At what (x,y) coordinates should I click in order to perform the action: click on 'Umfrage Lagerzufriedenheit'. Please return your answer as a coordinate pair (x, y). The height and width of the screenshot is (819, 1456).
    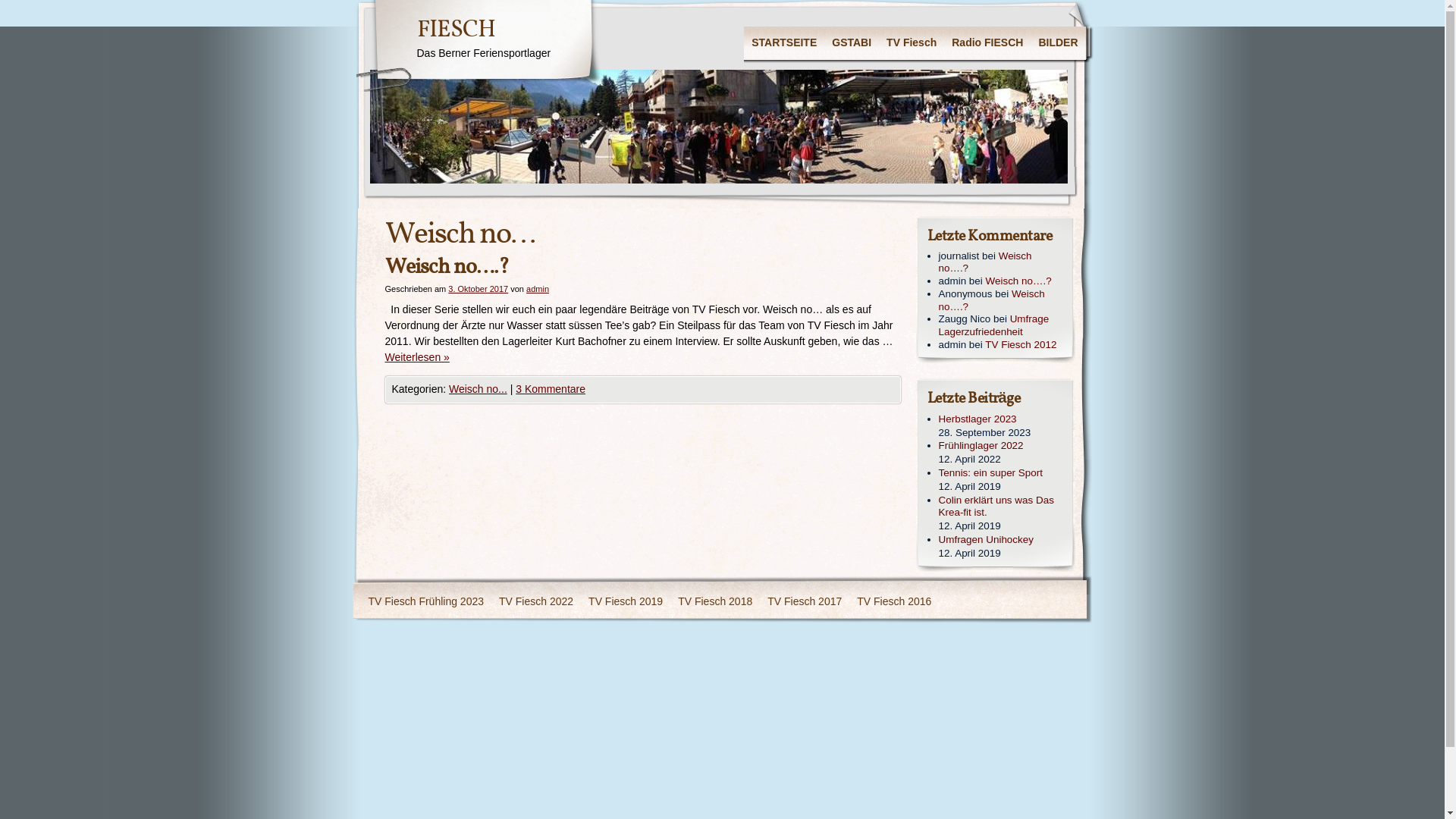
    Looking at the image, I should click on (993, 324).